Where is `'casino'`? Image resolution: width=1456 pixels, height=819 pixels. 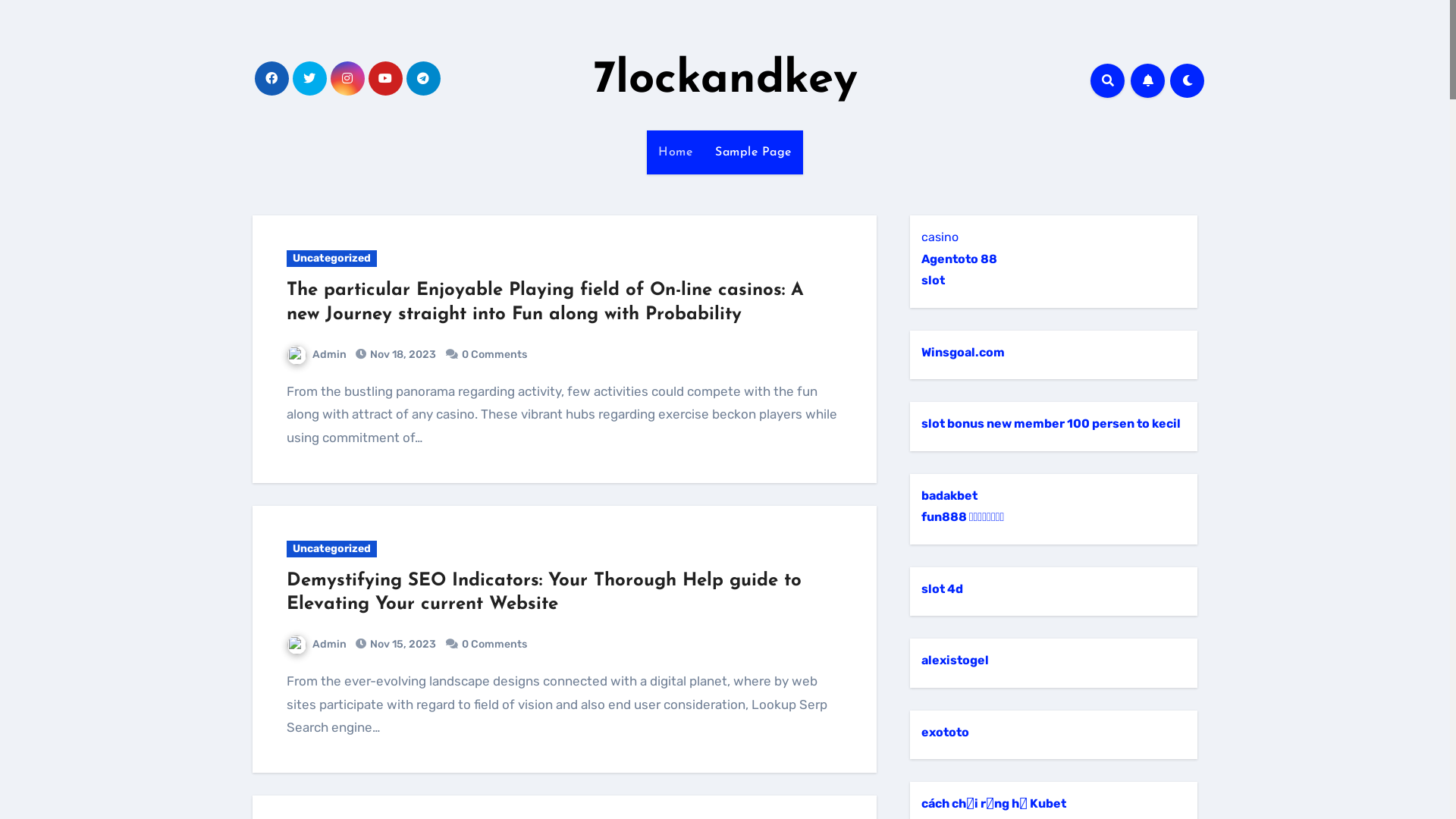 'casino' is located at coordinates (939, 237).